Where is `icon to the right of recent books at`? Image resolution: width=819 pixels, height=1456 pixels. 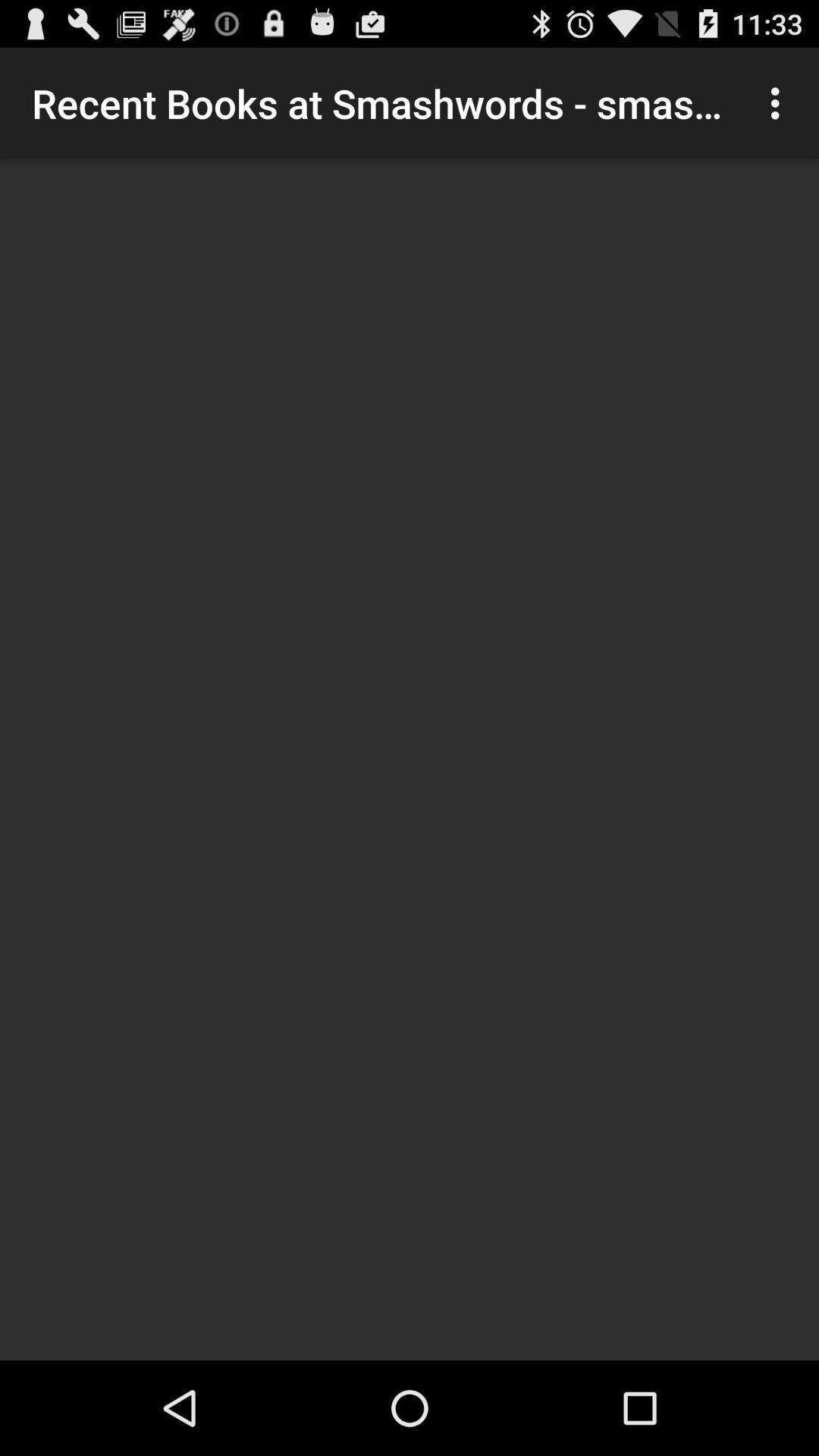
icon to the right of recent books at is located at coordinates (779, 102).